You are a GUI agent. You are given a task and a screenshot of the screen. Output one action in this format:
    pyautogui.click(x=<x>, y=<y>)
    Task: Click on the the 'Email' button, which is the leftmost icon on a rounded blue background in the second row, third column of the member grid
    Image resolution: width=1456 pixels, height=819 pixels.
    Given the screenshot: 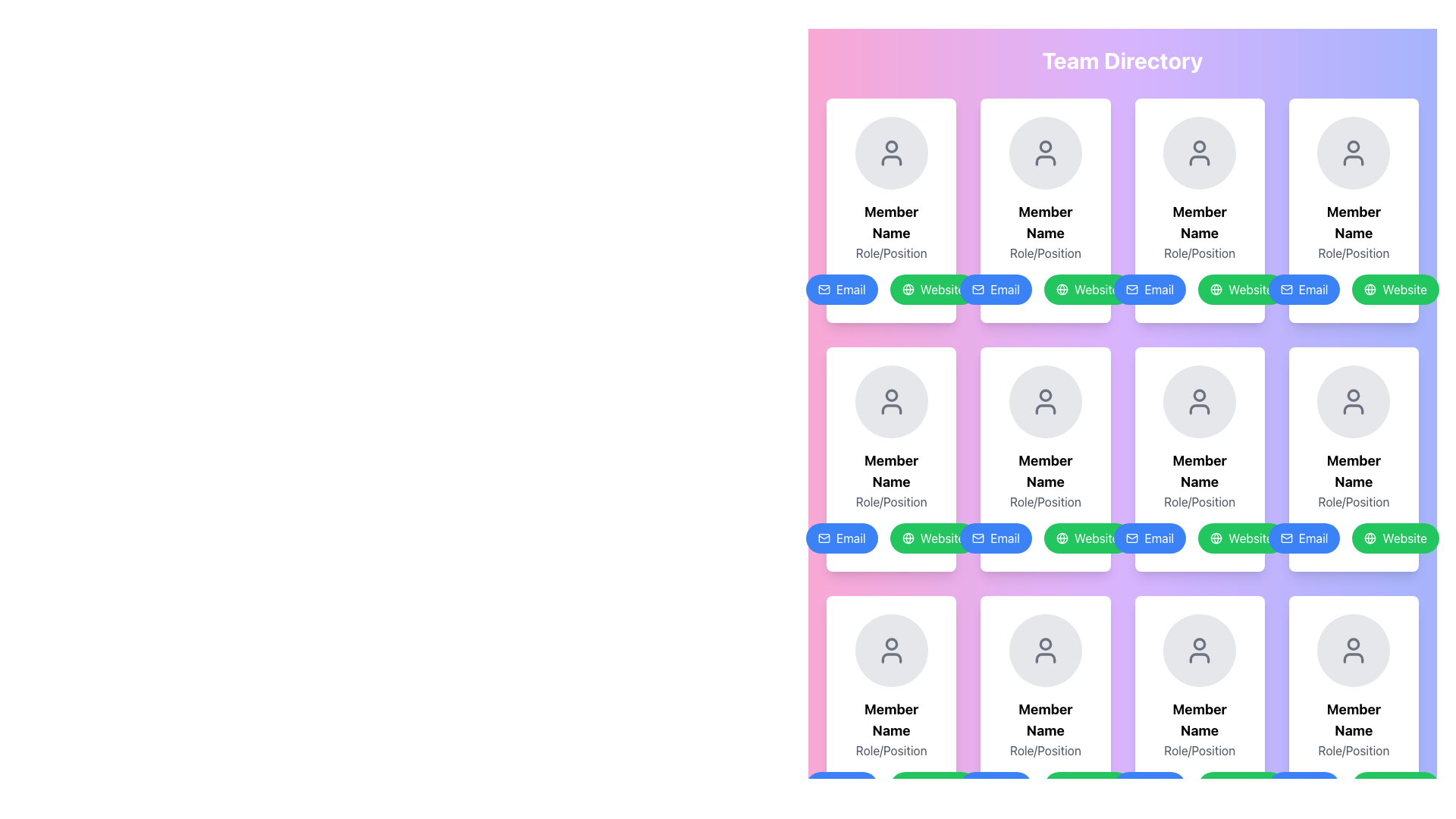 What is the action you would take?
    pyautogui.click(x=1132, y=537)
    